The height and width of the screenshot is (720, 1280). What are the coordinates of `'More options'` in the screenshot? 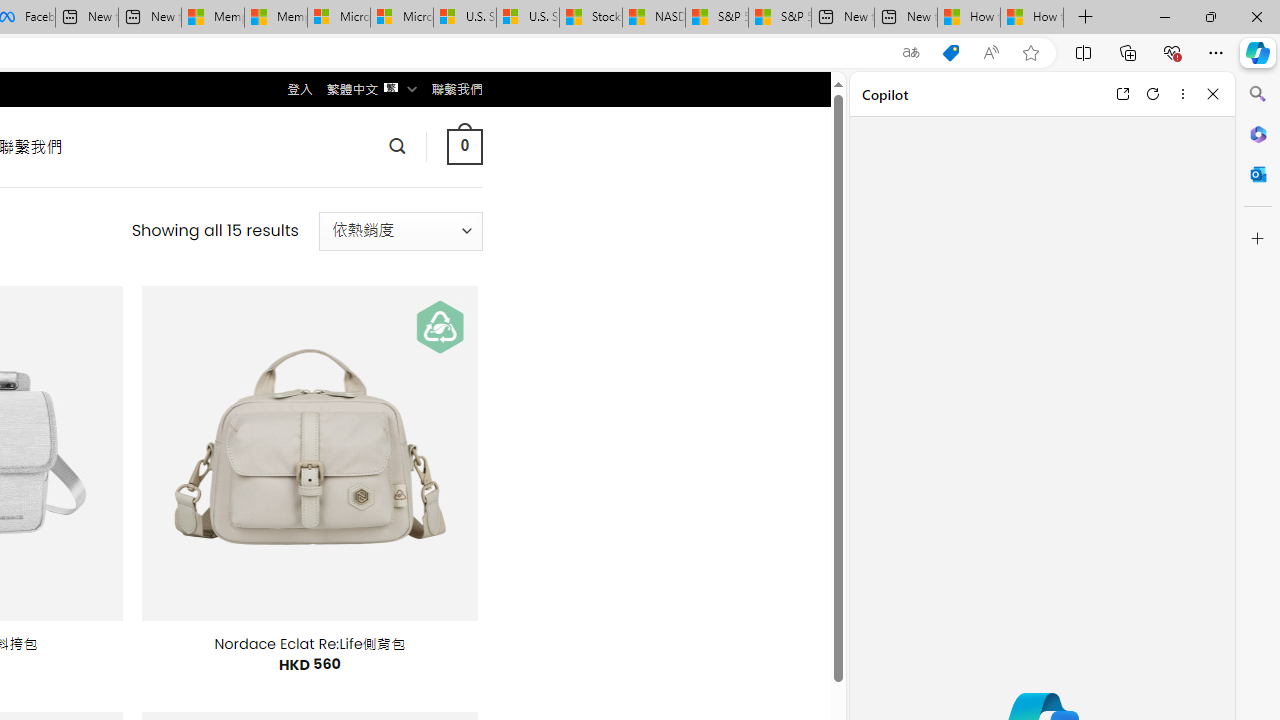 It's located at (1182, 93).